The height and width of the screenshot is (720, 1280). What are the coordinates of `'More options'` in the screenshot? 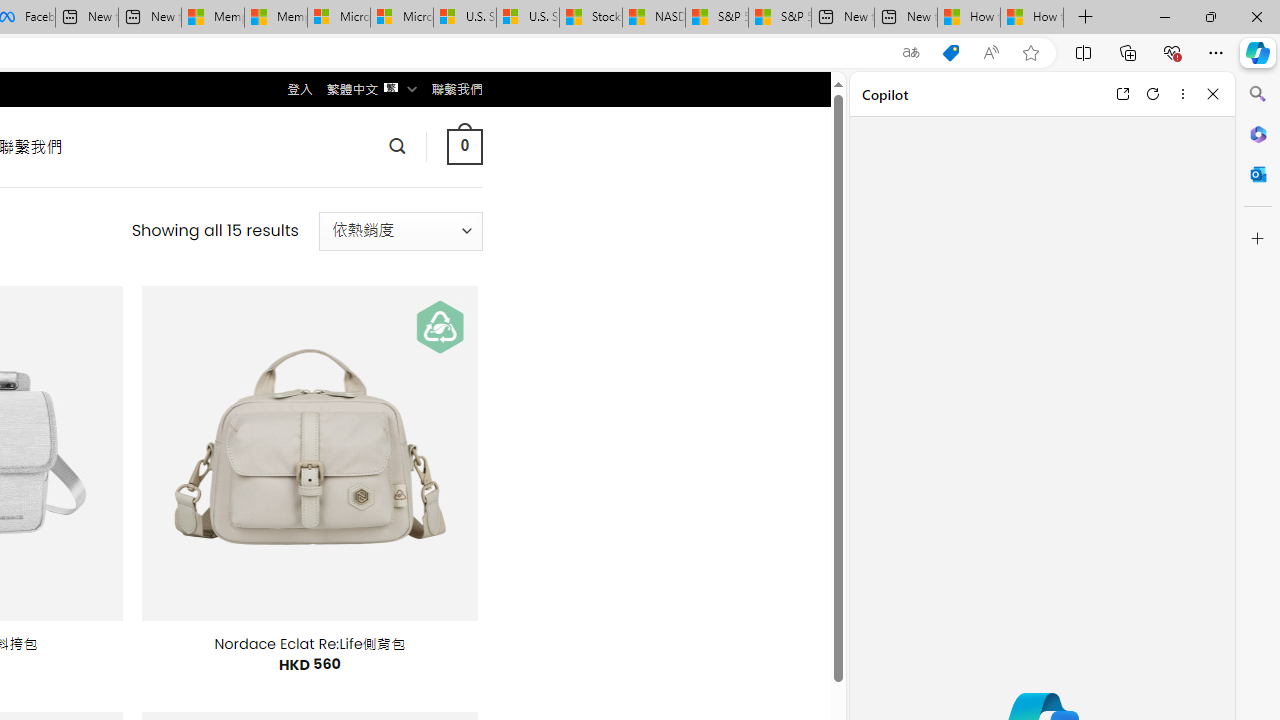 It's located at (1182, 93).